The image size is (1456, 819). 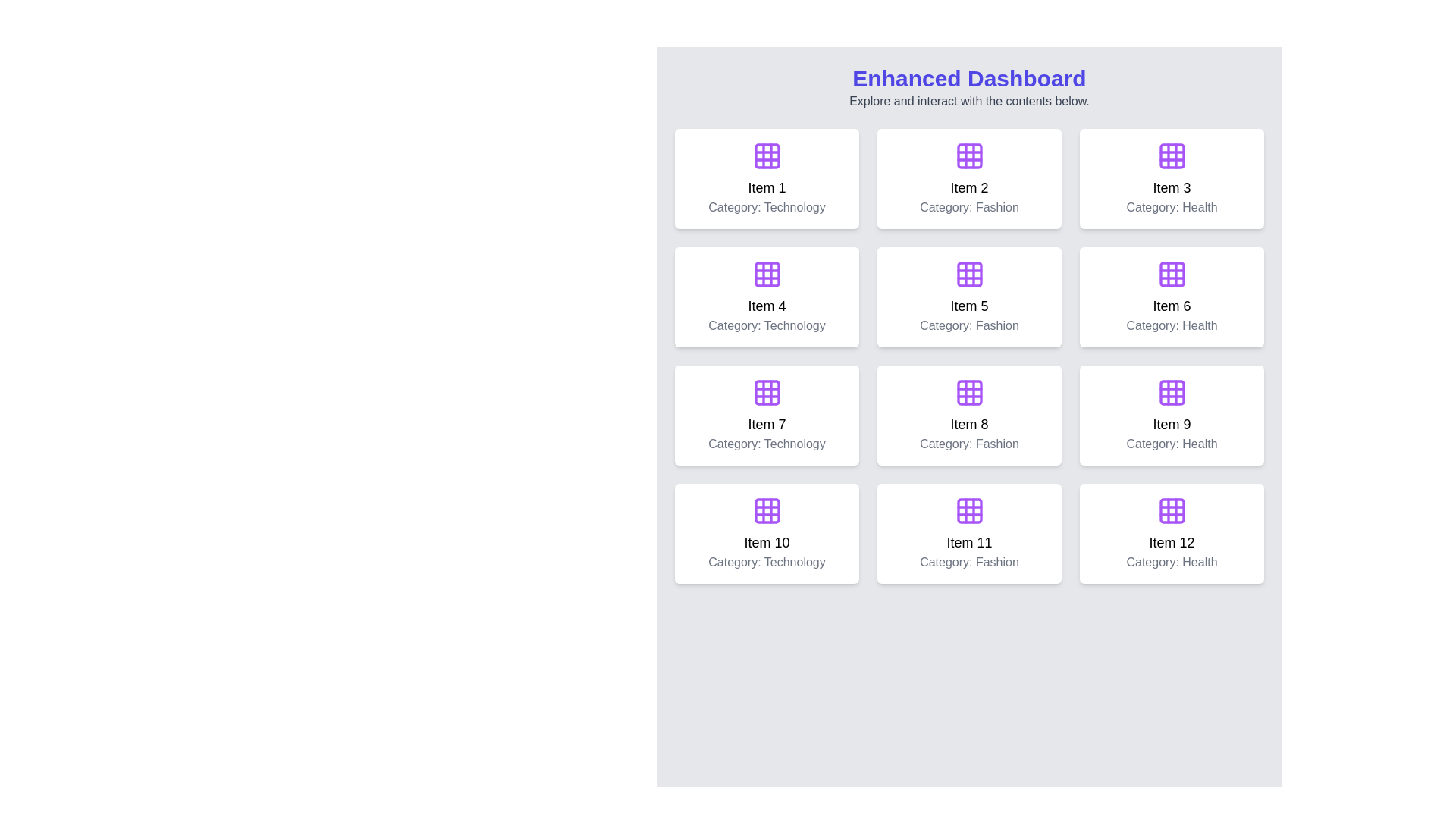 I want to click on the Text label that displays the category of the card's content, located directly underneath the text 'Item 10' in the bottom-center area of the card, so click(x=767, y=562).